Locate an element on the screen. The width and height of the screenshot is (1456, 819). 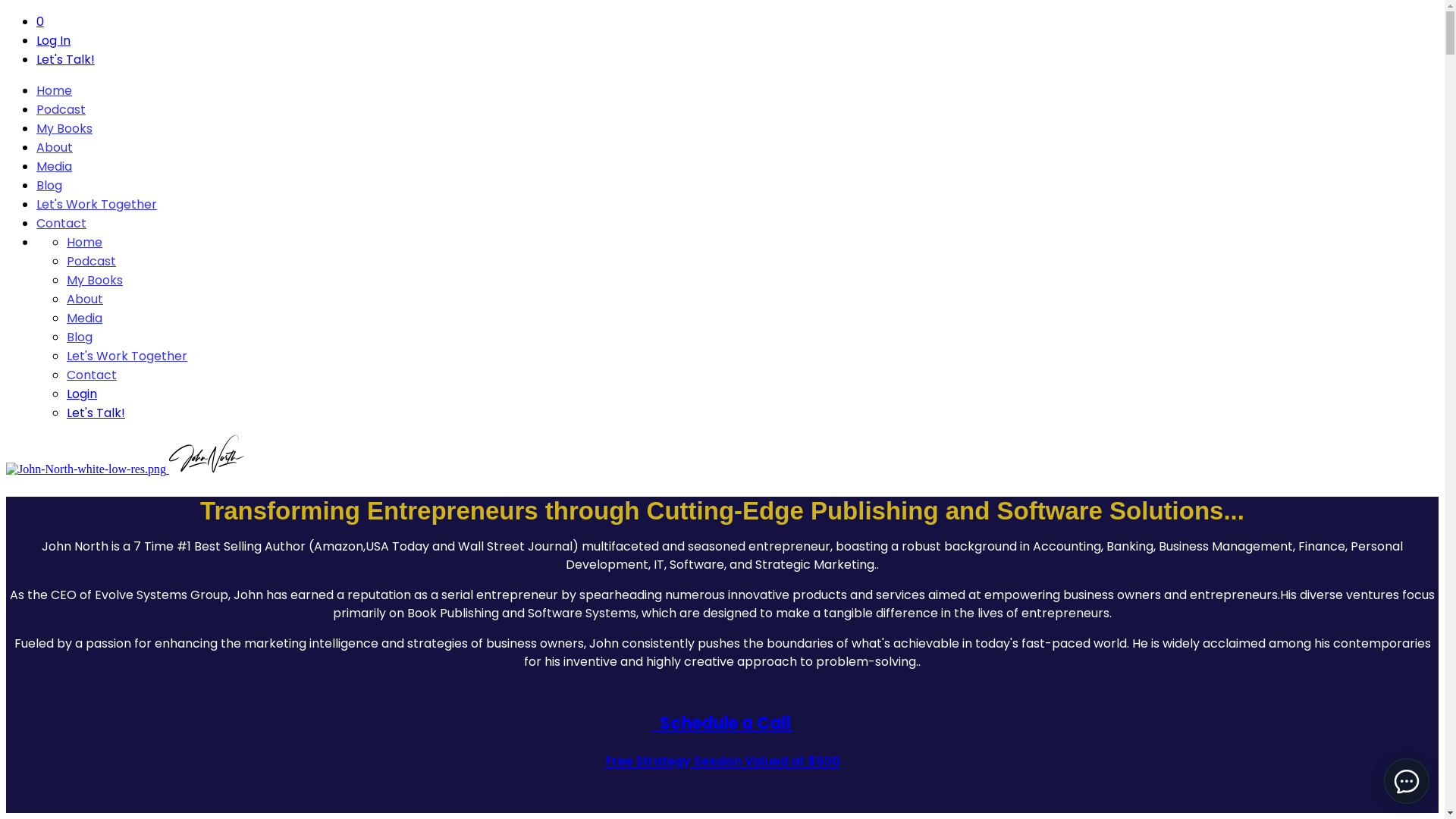
'Home' is located at coordinates (54, 90).